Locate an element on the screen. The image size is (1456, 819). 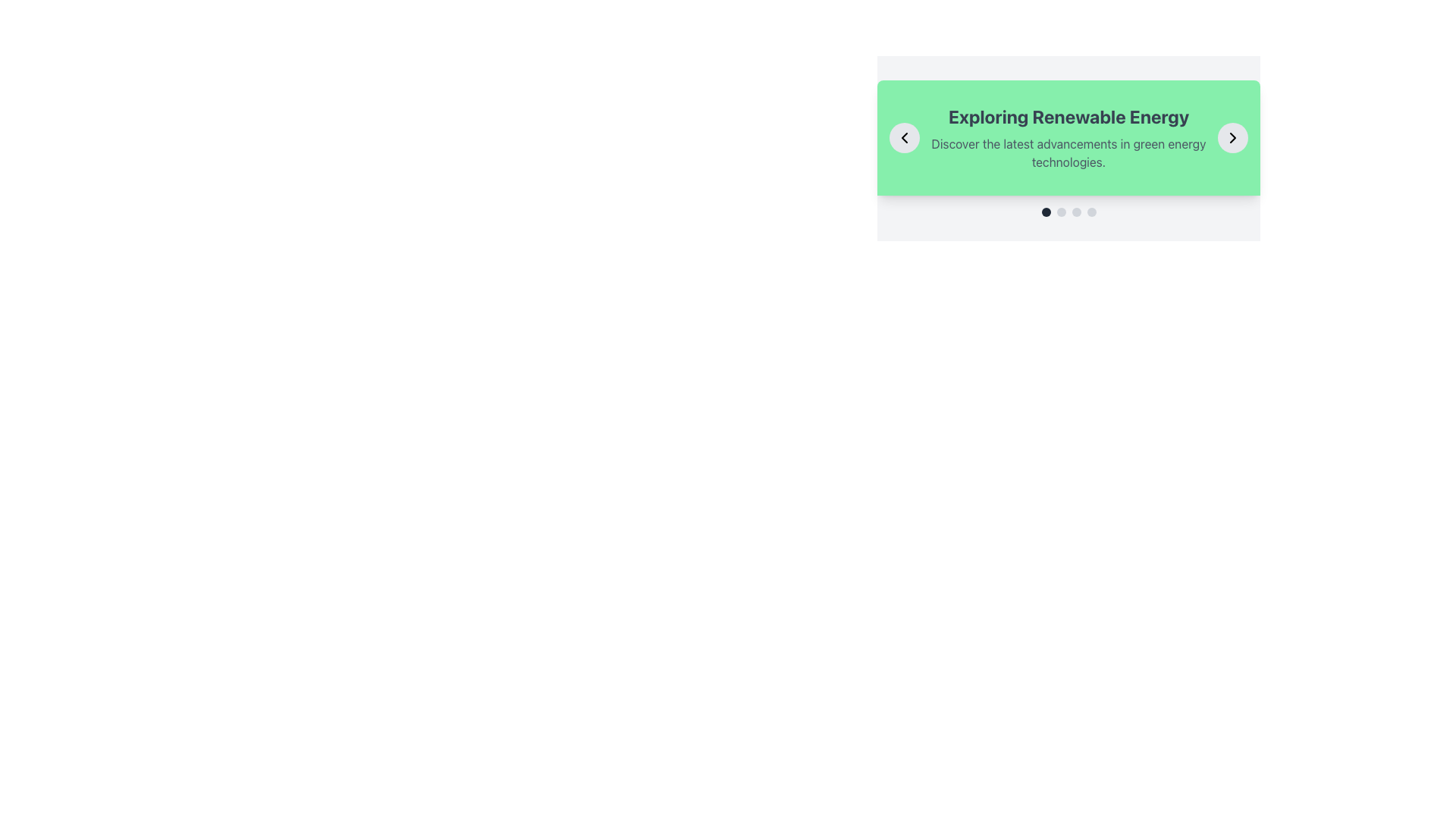
the navigation icon located within the rightmost button of the carousel to advance to the next item is located at coordinates (1233, 137).